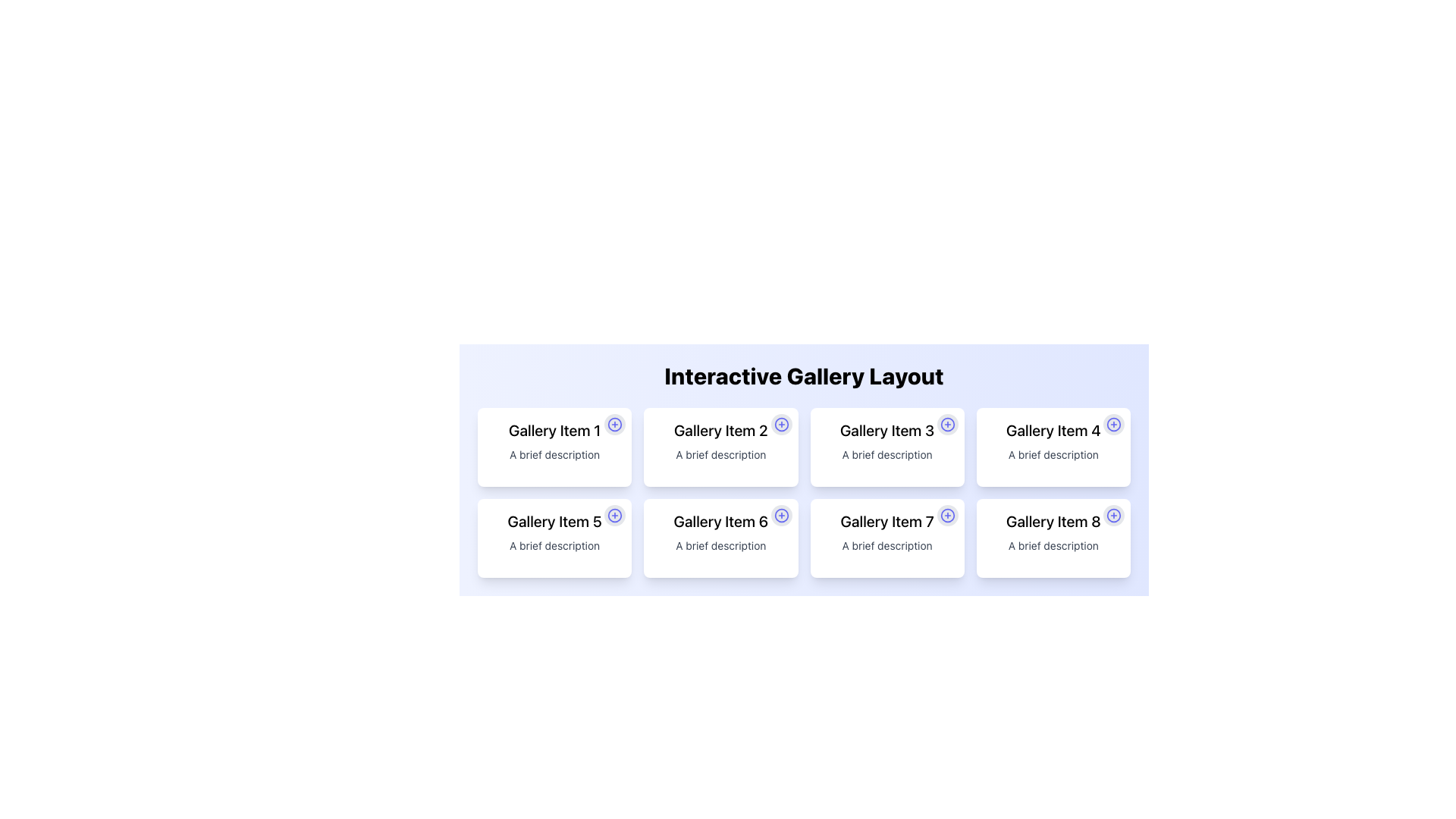 The width and height of the screenshot is (1456, 819). I want to click on the '+' icon button with a blue outline located in the top-right corner of the 'Gallery Item 7' card, so click(946, 514).